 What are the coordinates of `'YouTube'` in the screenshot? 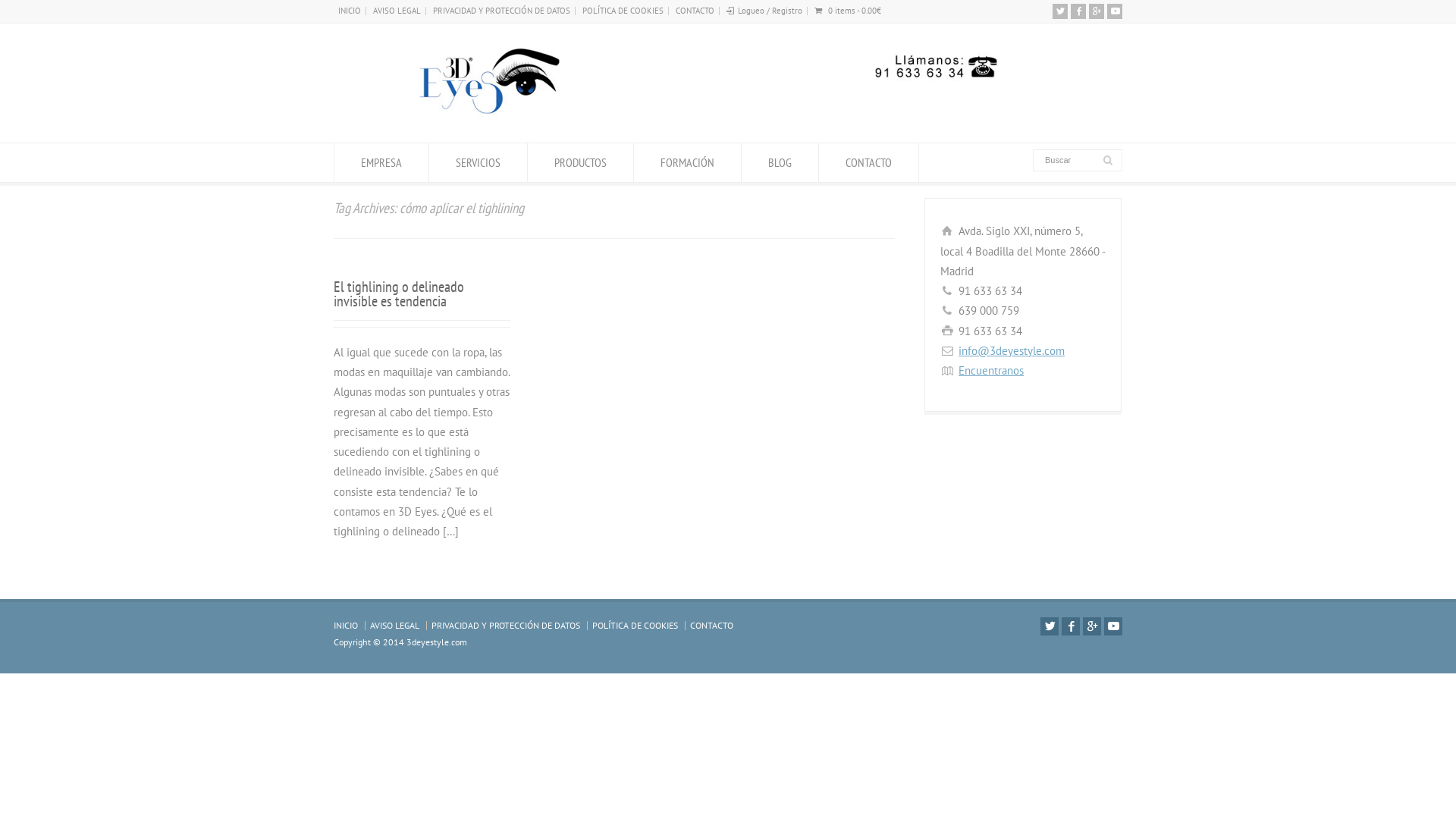 It's located at (1114, 11).